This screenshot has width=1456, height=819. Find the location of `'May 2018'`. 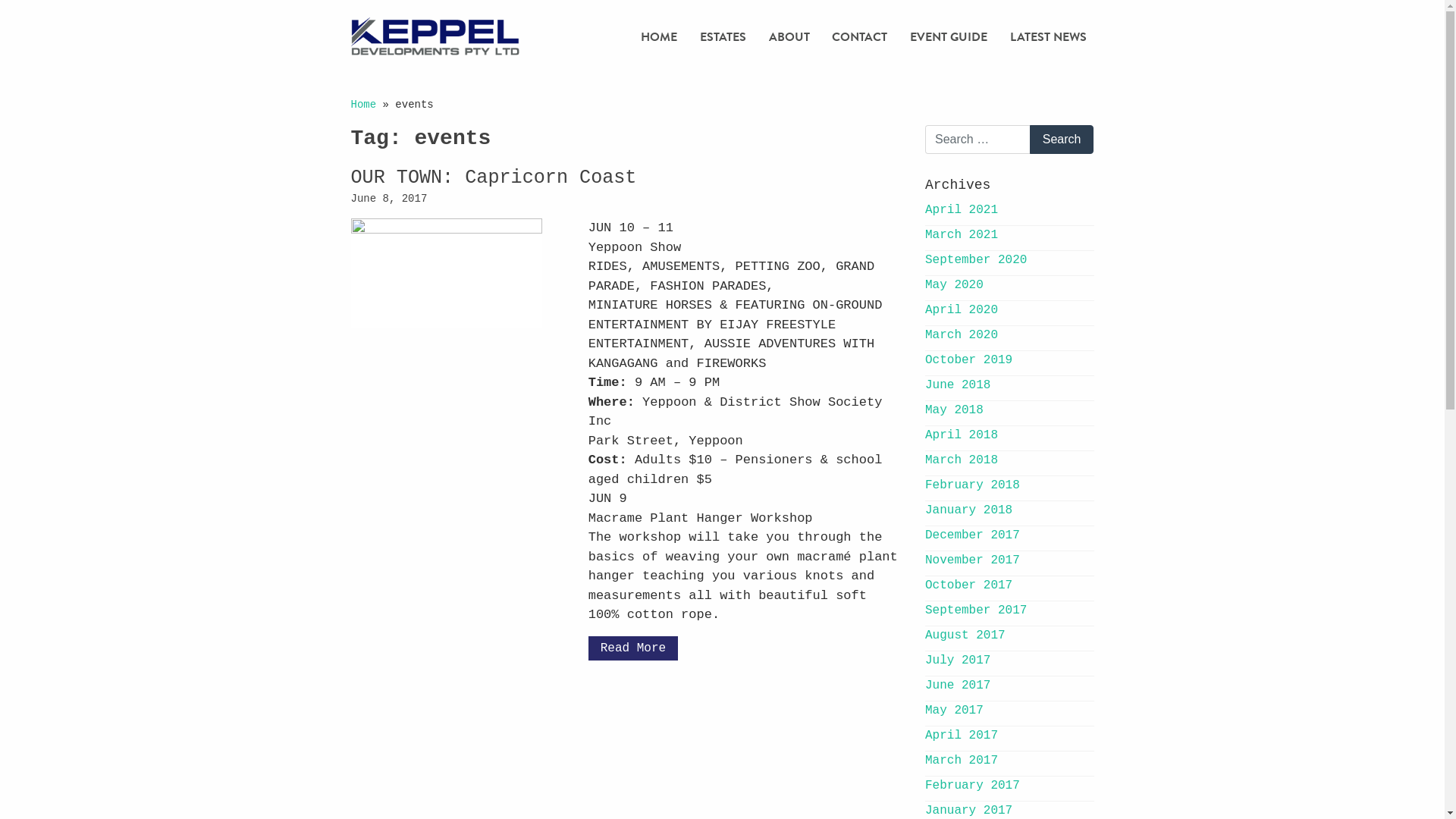

'May 2018' is located at coordinates (953, 409).